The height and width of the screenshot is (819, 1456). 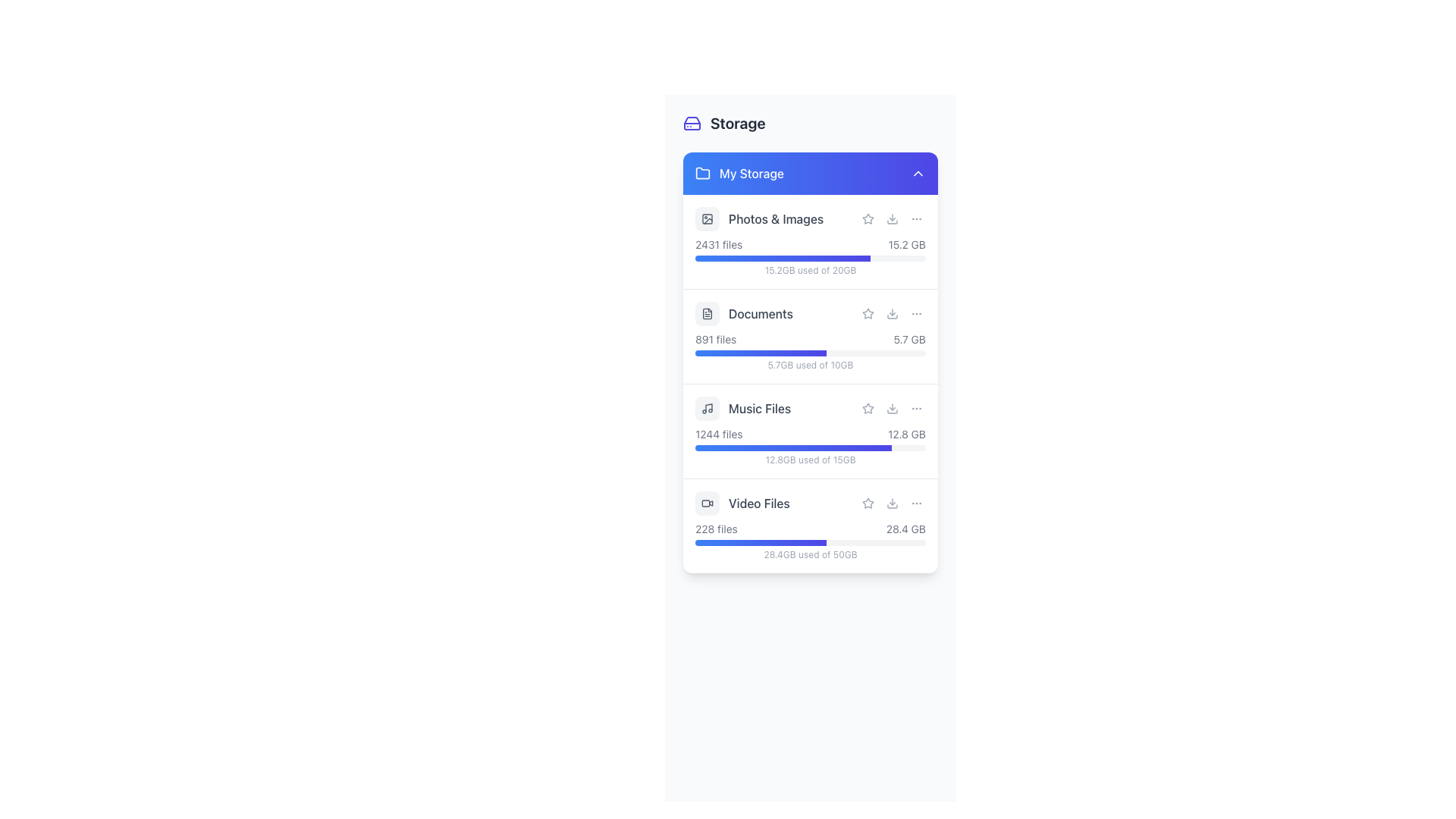 What do you see at coordinates (867, 503) in the screenshot?
I see `the third gray star-shaped icon toggle in the 'My Storage' section` at bounding box center [867, 503].